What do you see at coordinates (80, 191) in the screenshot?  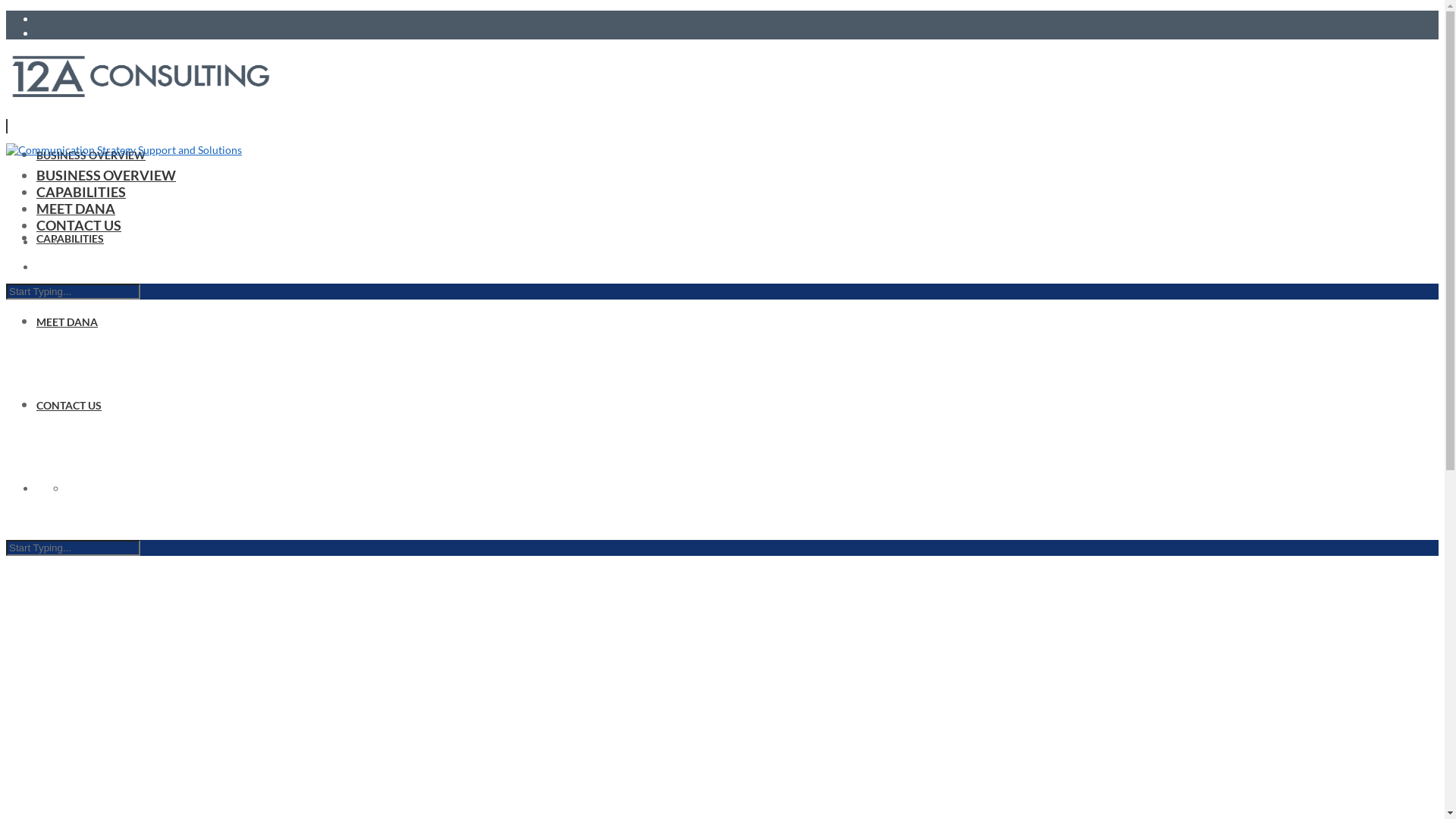 I see `'CAPABILITIES'` at bounding box center [80, 191].